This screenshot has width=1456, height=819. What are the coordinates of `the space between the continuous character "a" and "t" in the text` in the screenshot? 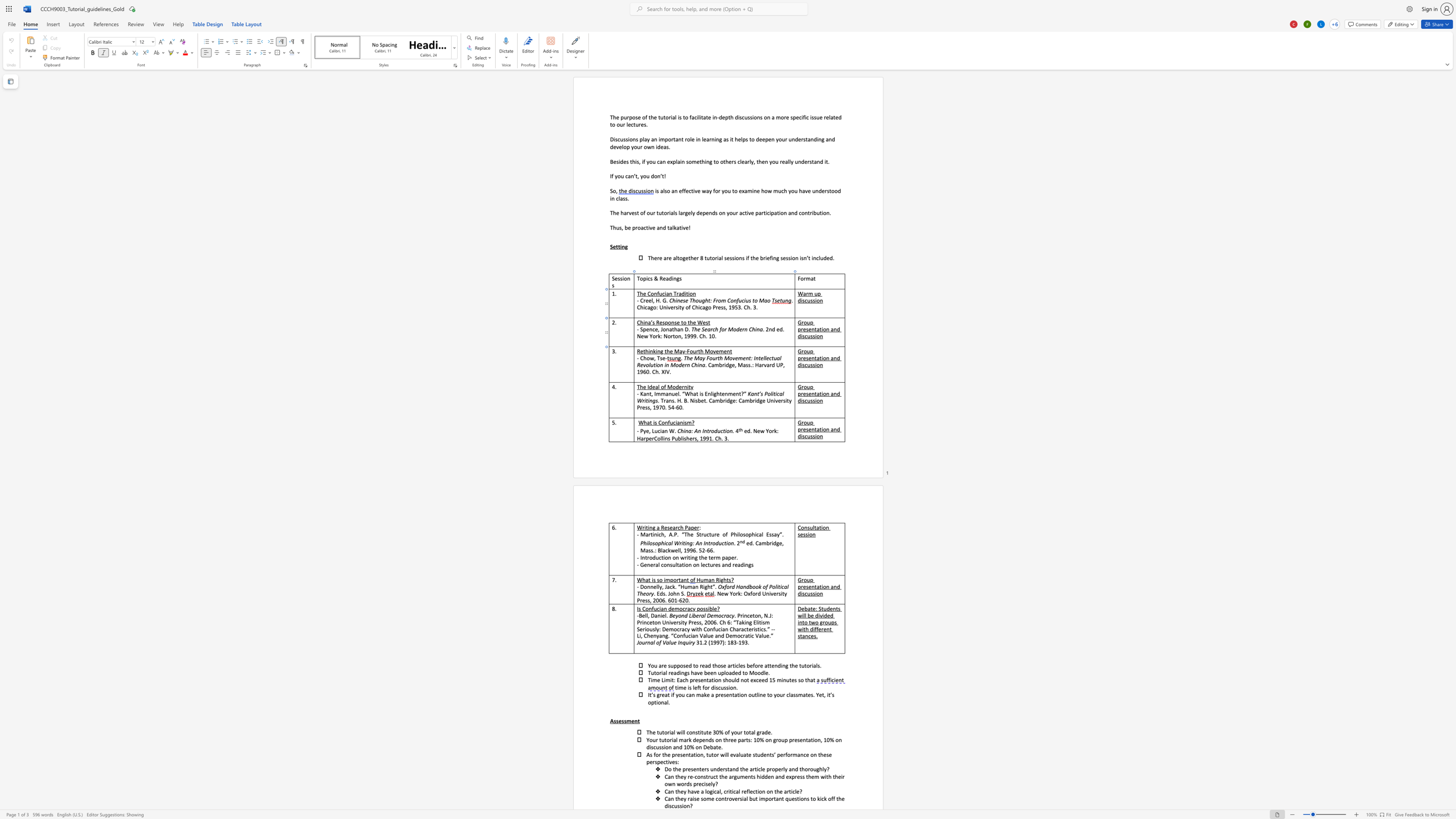 It's located at (819, 358).